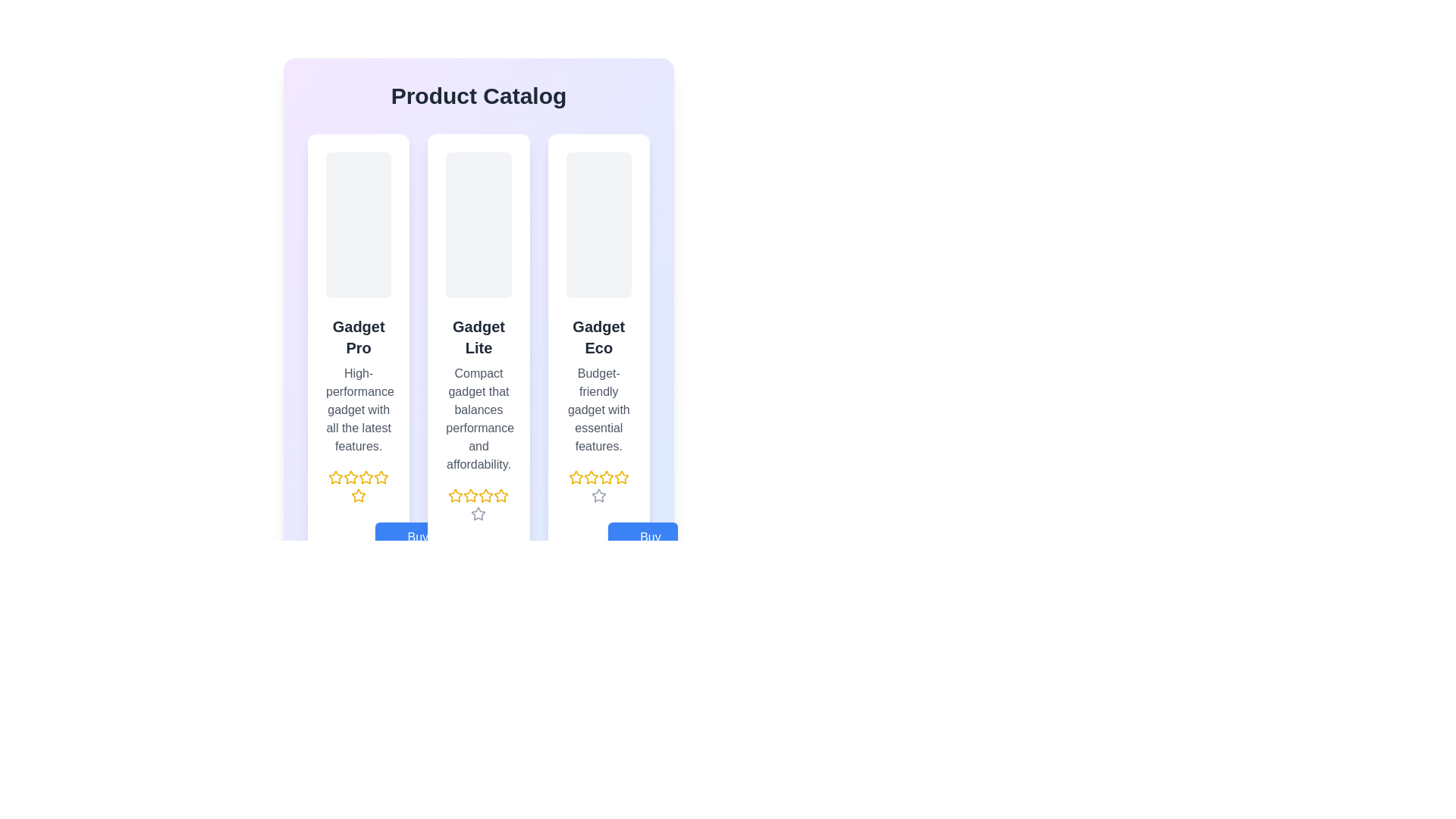 The image size is (1456, 819). Describe the element at coordinates (478, 504) in the screenshot. I see `the Rating indicator with star icons for the 'Gadget Lite' product located in the middle column, below the description and above the price and 'Buy Now' button` at that location.